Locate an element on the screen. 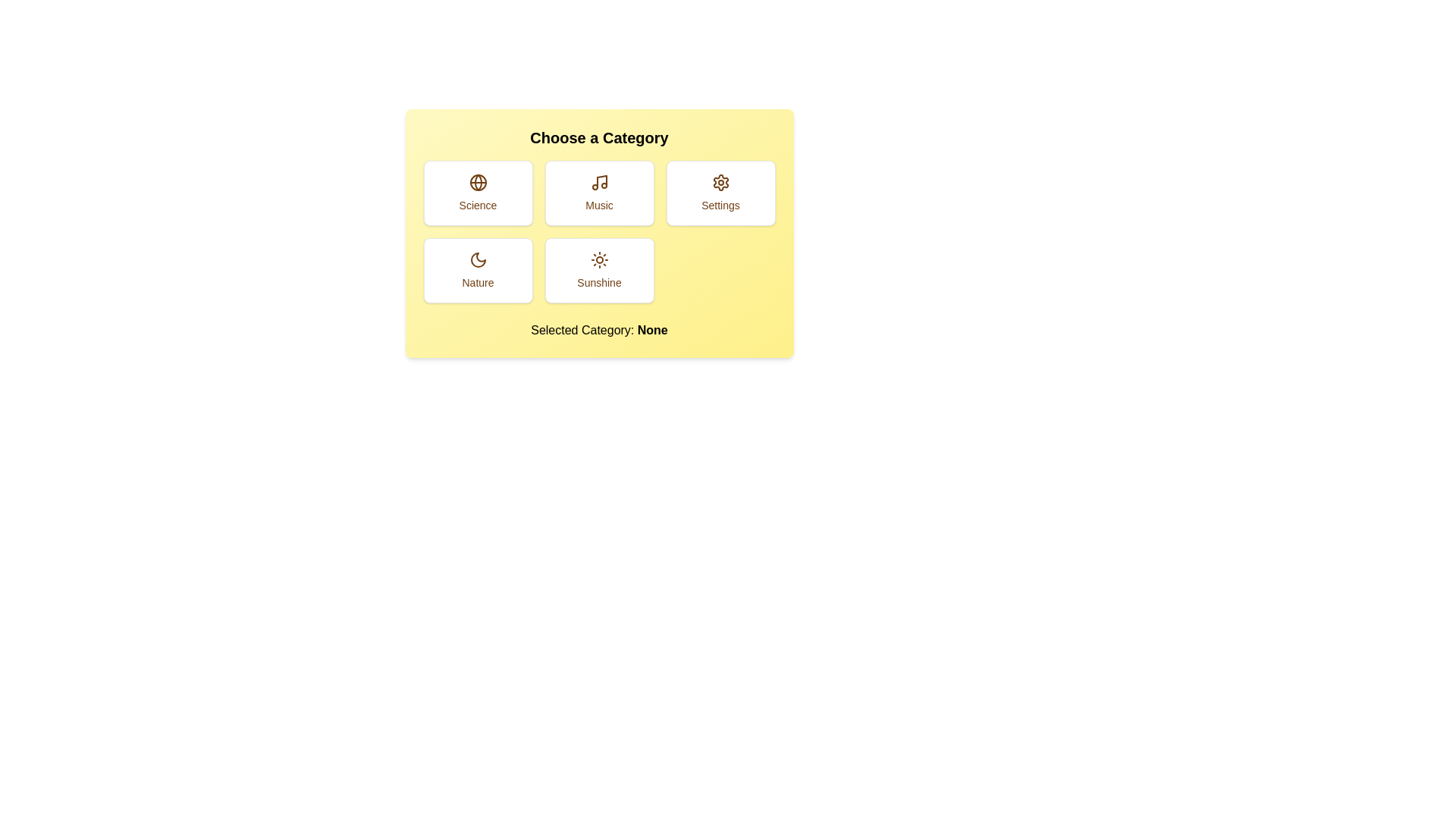  the Text label that indicates the currently selected category, which displays 'Selected Category: None' at the bottom of the interface is located at coordinates (652, 329).